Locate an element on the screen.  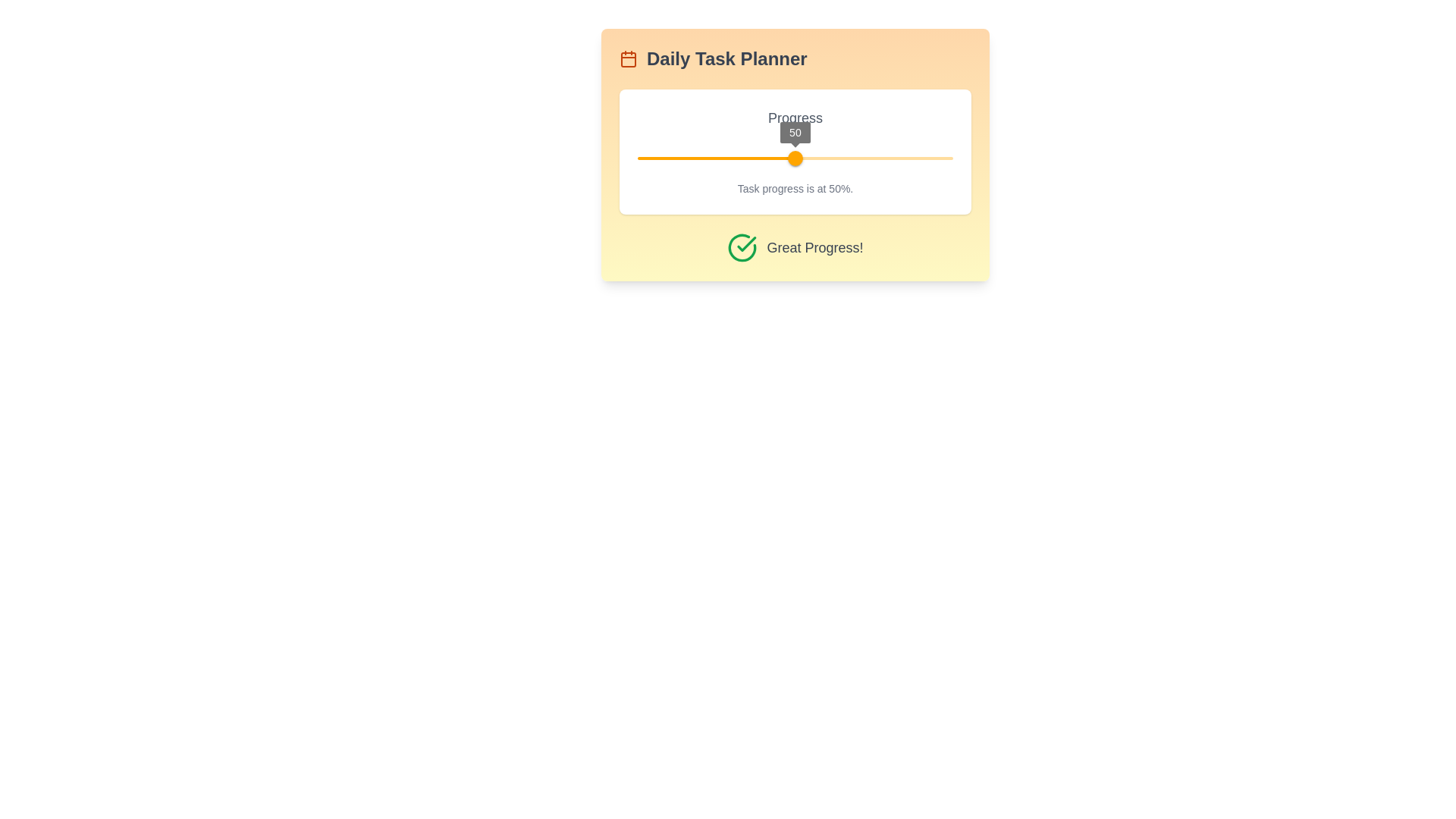
the progress value is located at coordinates (700, 158).